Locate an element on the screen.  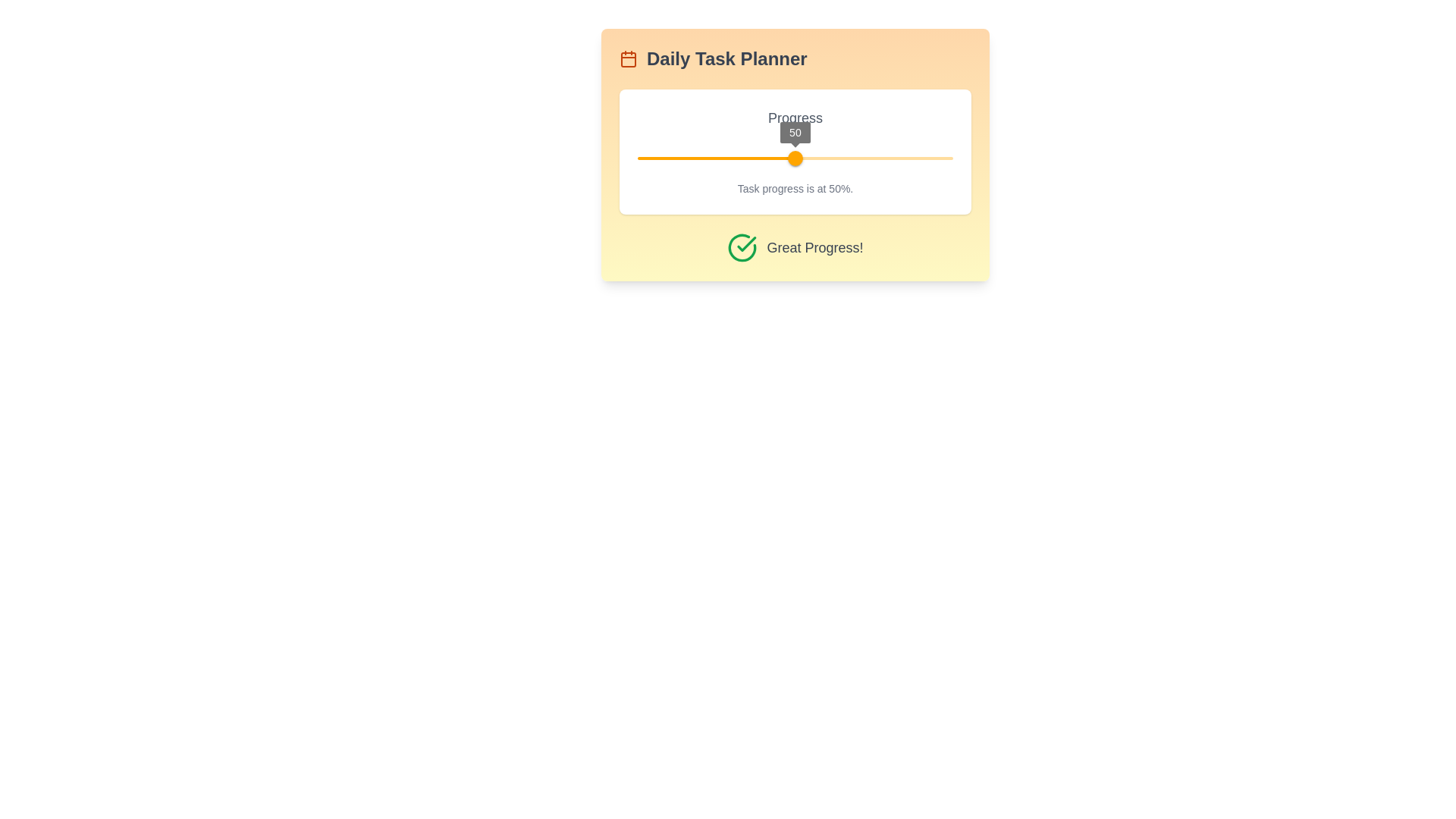
the progress value is located at coordinates (700, 158).